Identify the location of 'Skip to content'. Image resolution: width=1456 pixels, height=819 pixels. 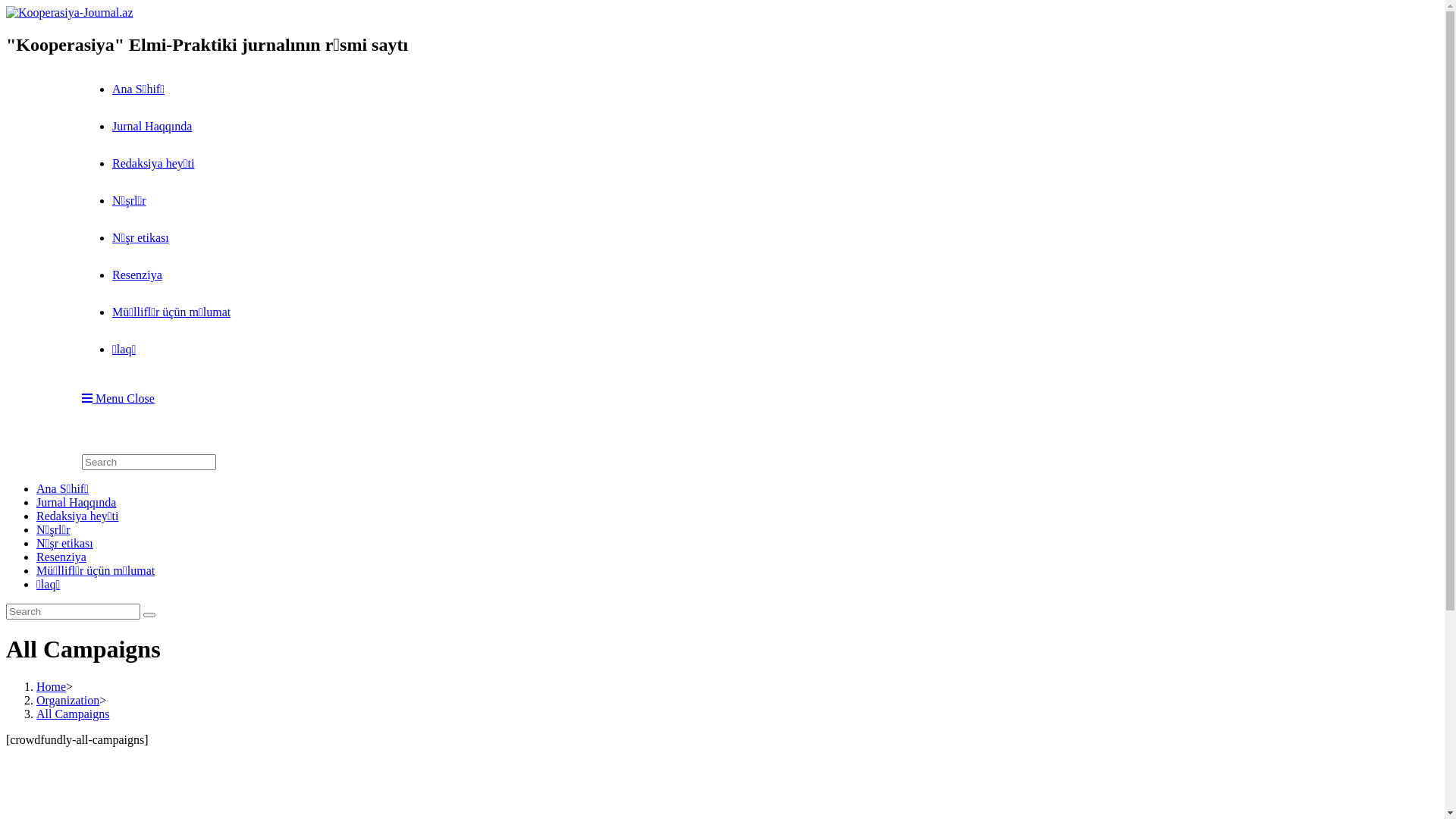
(5, 5).